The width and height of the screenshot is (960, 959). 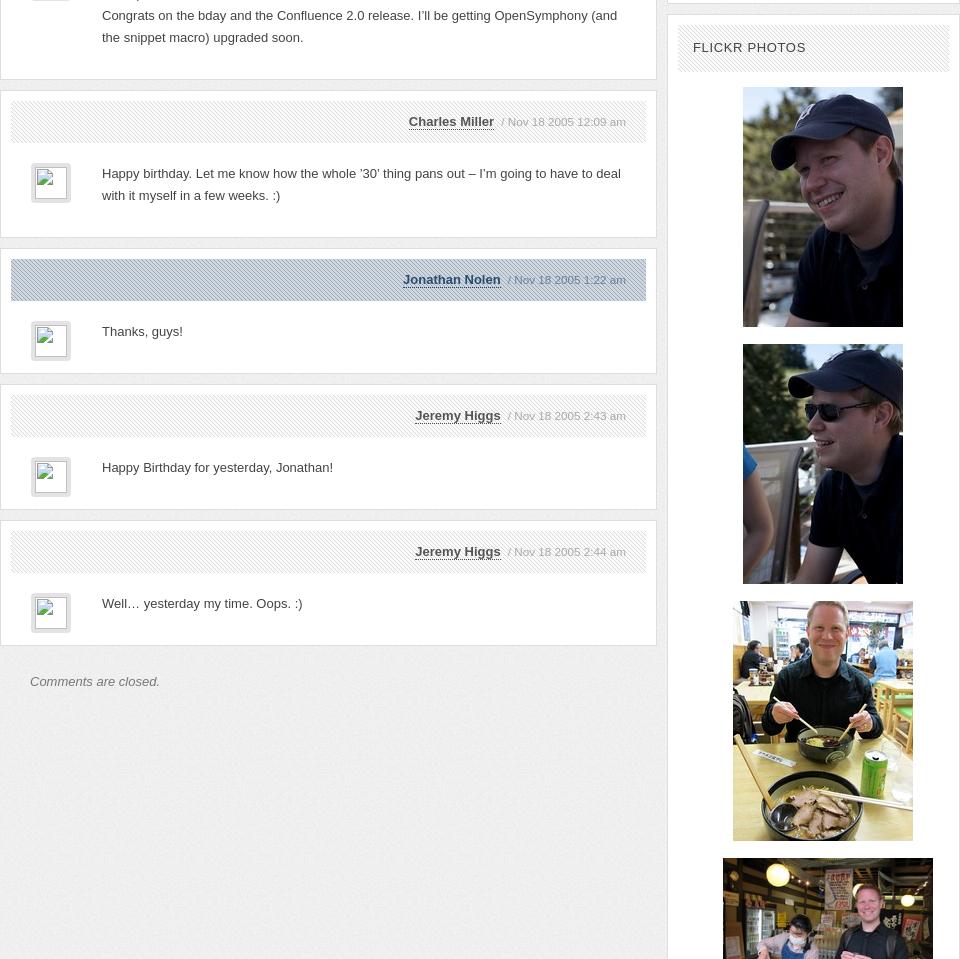 I want to click on 'Well… yesterday my time. Oops. :)', so click(x=201, y=602).